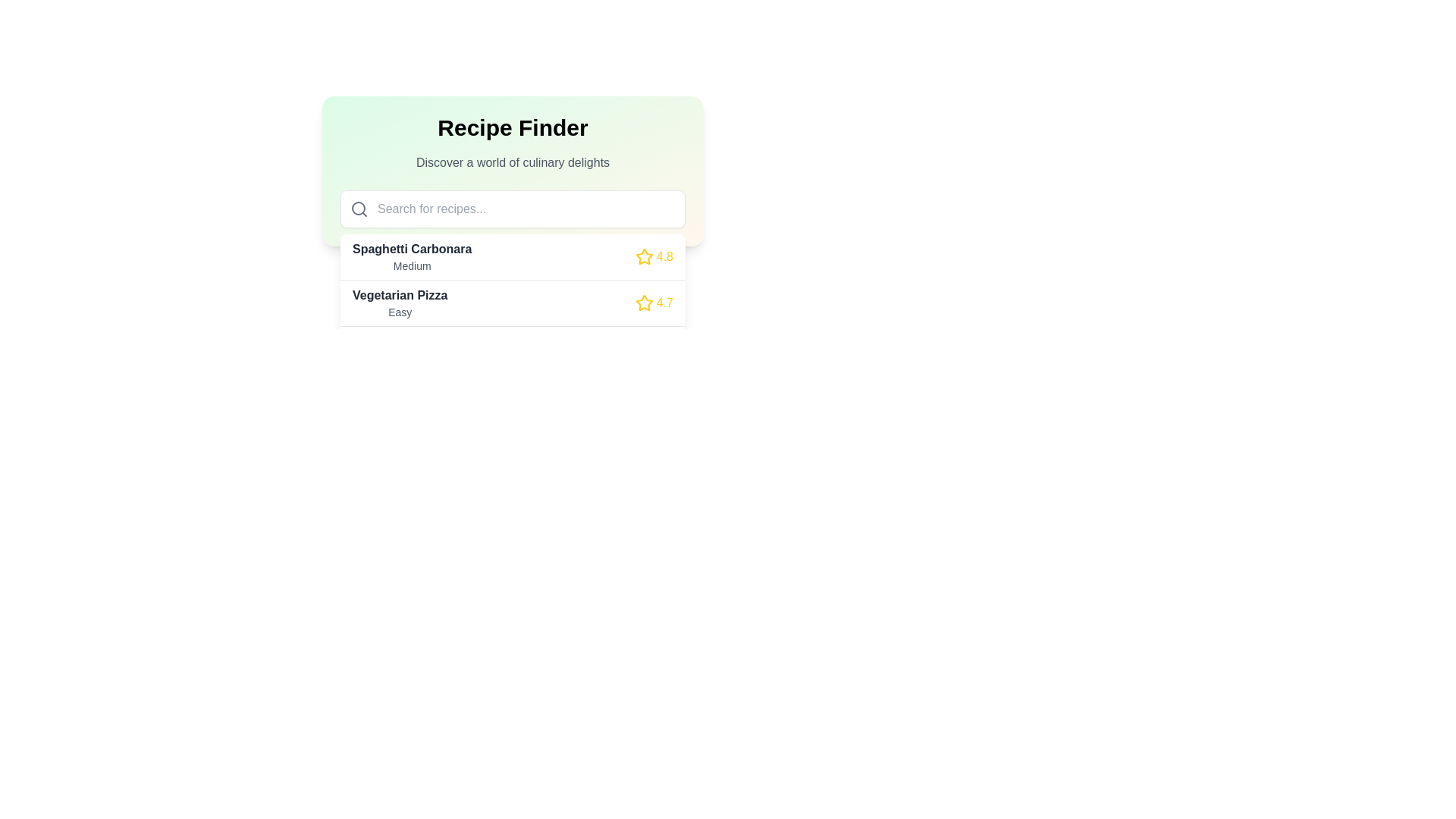 The image size is (1456, 819). I want to click on the text label that describes the difficulty of the recipe 'Spaghetti Carbonara', which is positioned directly below its title in the first recipe entry, so click(412, 265).